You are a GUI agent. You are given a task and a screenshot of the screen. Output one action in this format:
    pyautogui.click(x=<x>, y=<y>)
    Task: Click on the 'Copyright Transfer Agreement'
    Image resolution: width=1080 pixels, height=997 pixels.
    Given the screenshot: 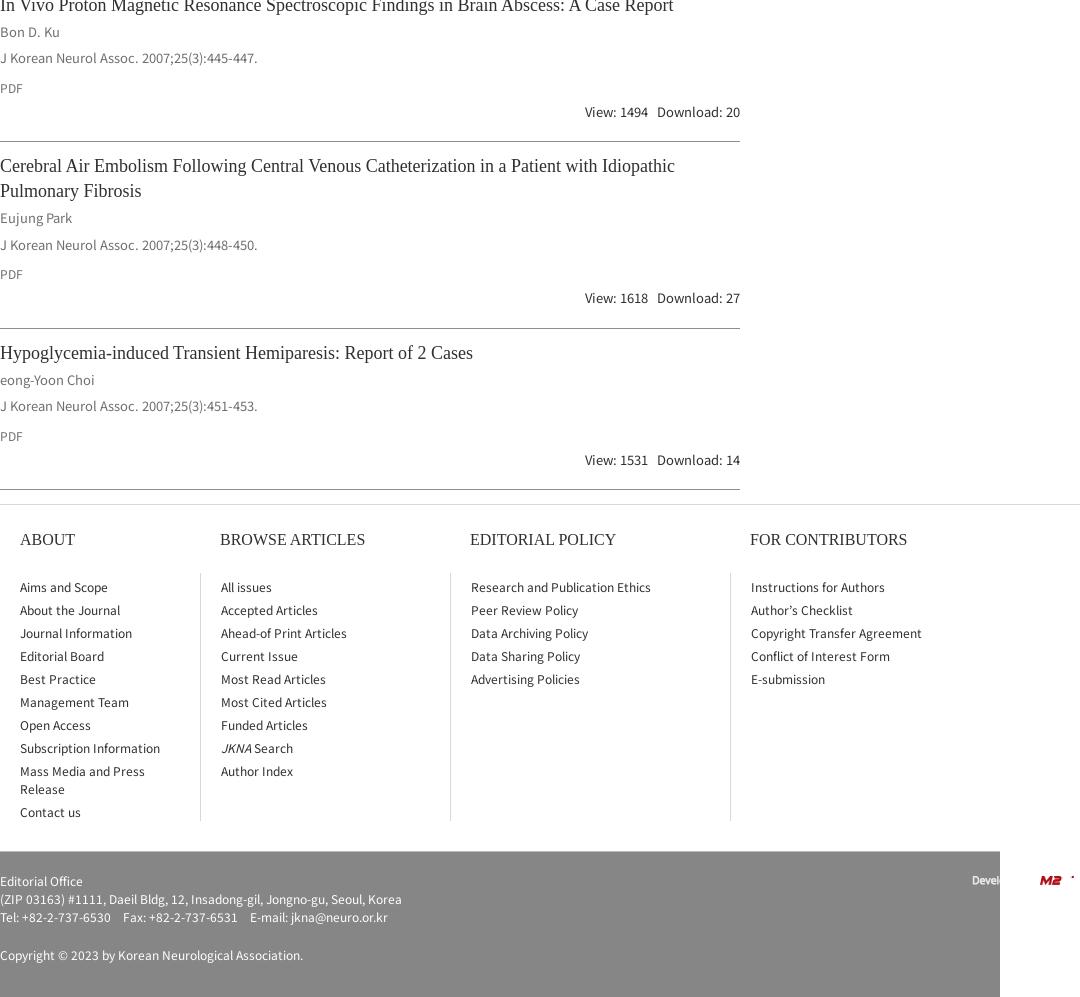 What is the action you would take?
    pyautogui.click(x=836, y=631)
    